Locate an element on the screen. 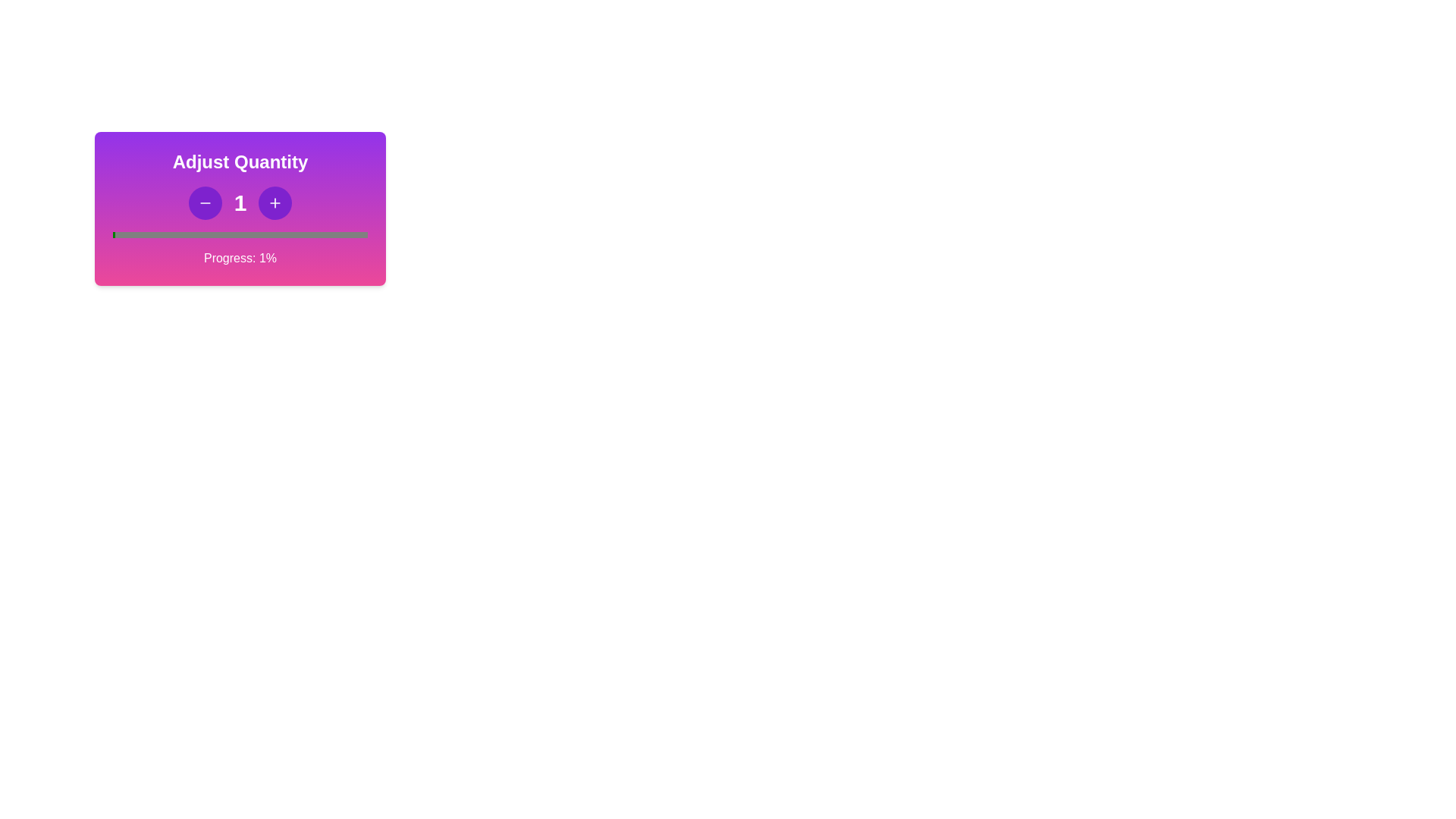 The width and height of the screenshot is (1456, 819). the 'minus' icon located within the circular button to the left of the numeric value '1' in the 'Adjust Quantity' section is located at coordinates (204, 202).